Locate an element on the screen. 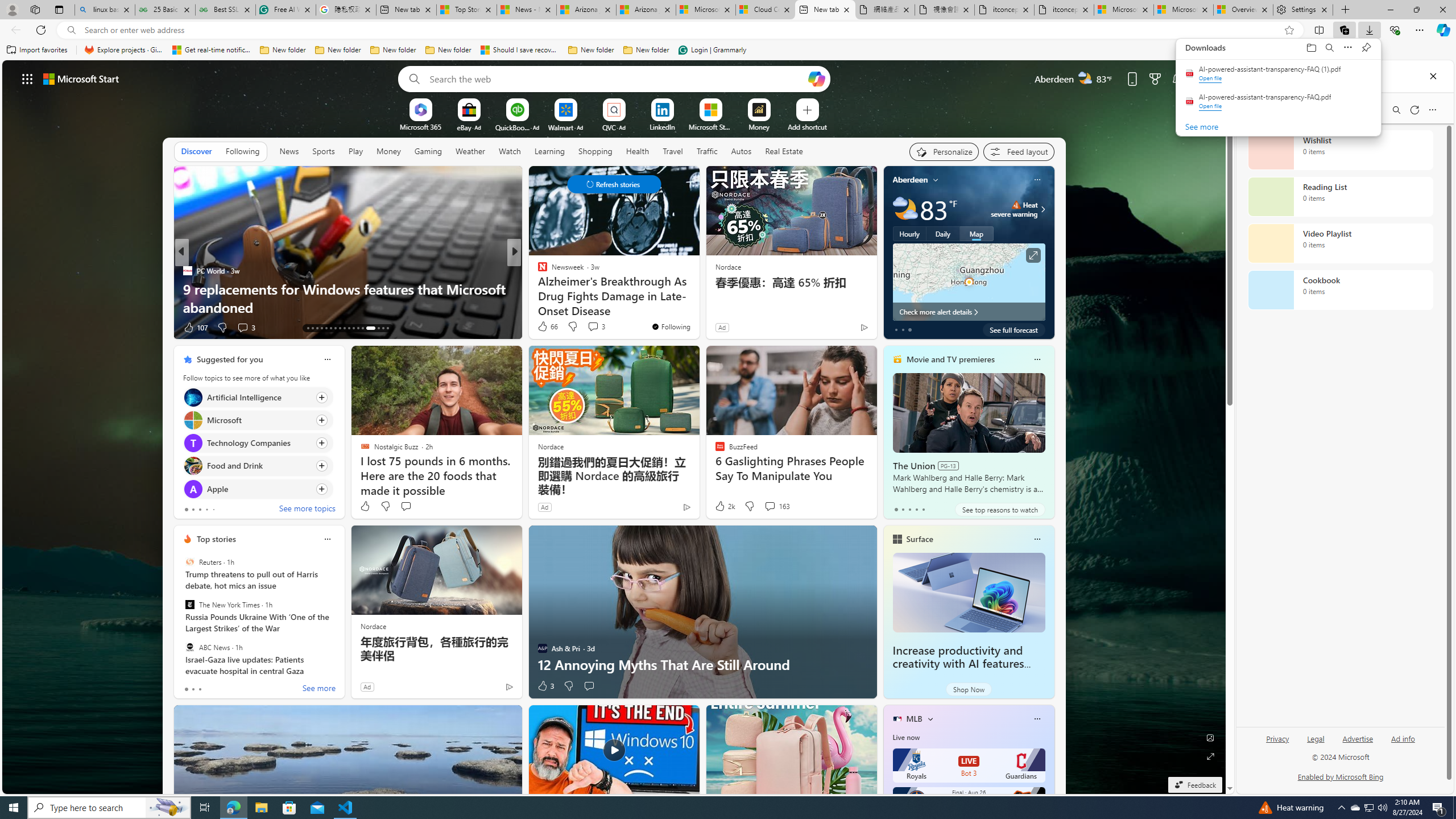  'tab-3' is located at coordinates (916, 509).